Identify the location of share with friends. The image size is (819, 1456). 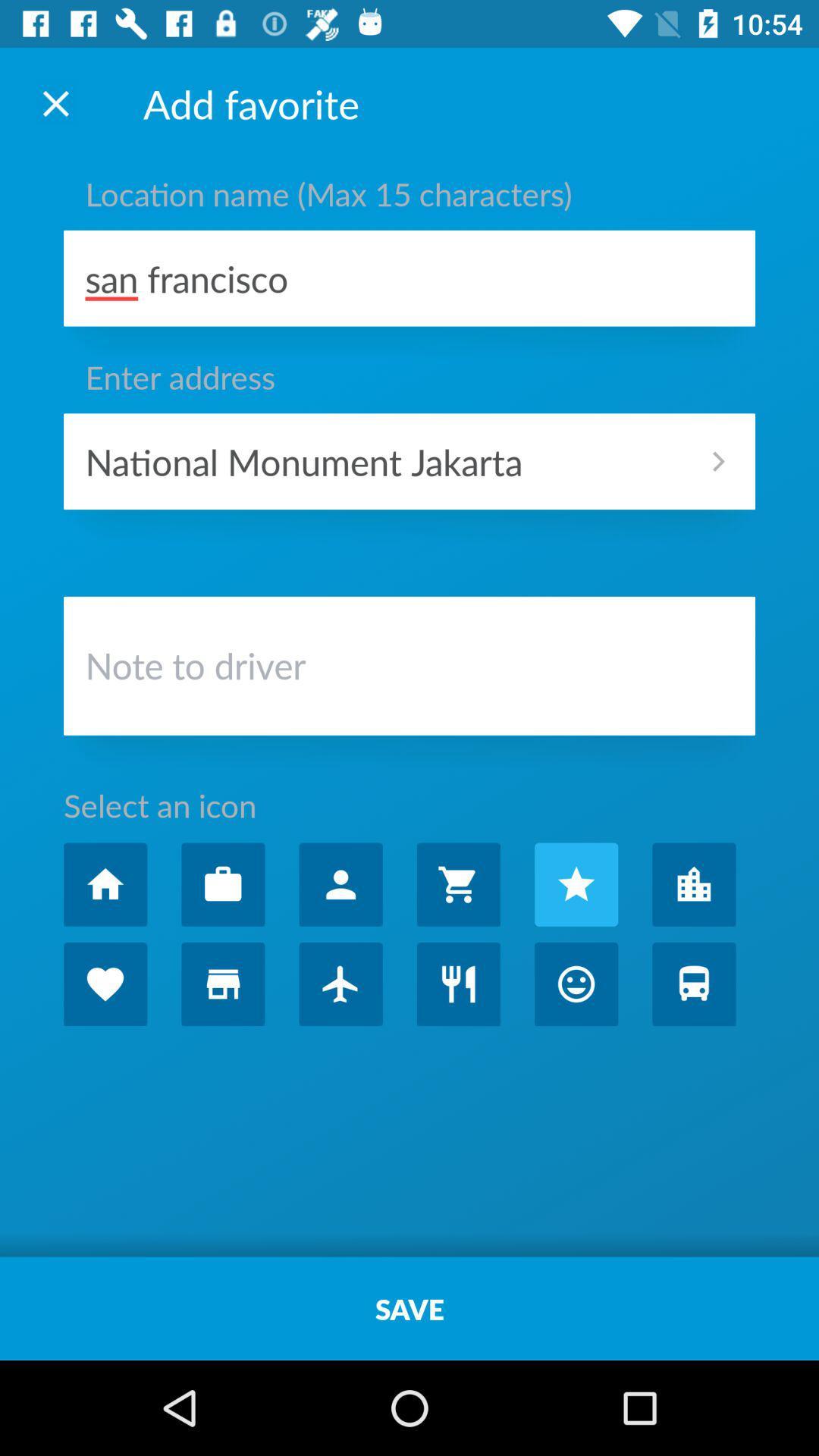
(340, 884).